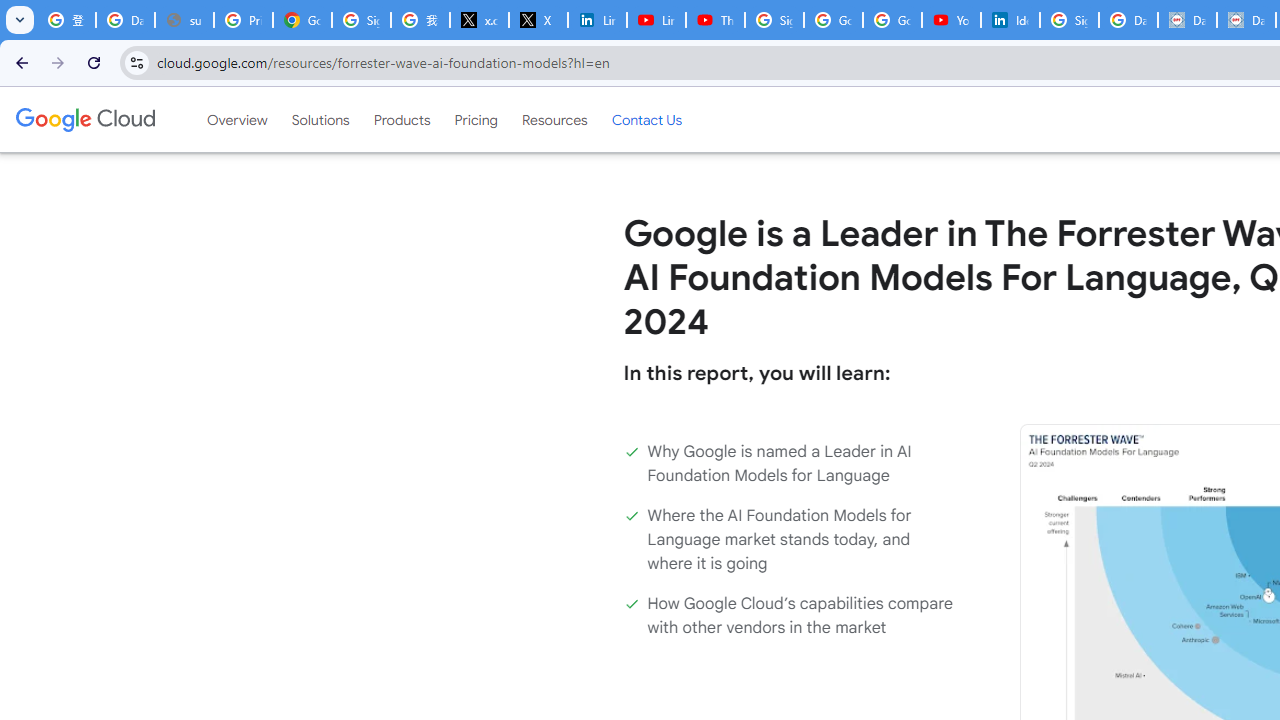 The image size is (1280, 720). I want to click on 'Contact Us', so click(647, 119).